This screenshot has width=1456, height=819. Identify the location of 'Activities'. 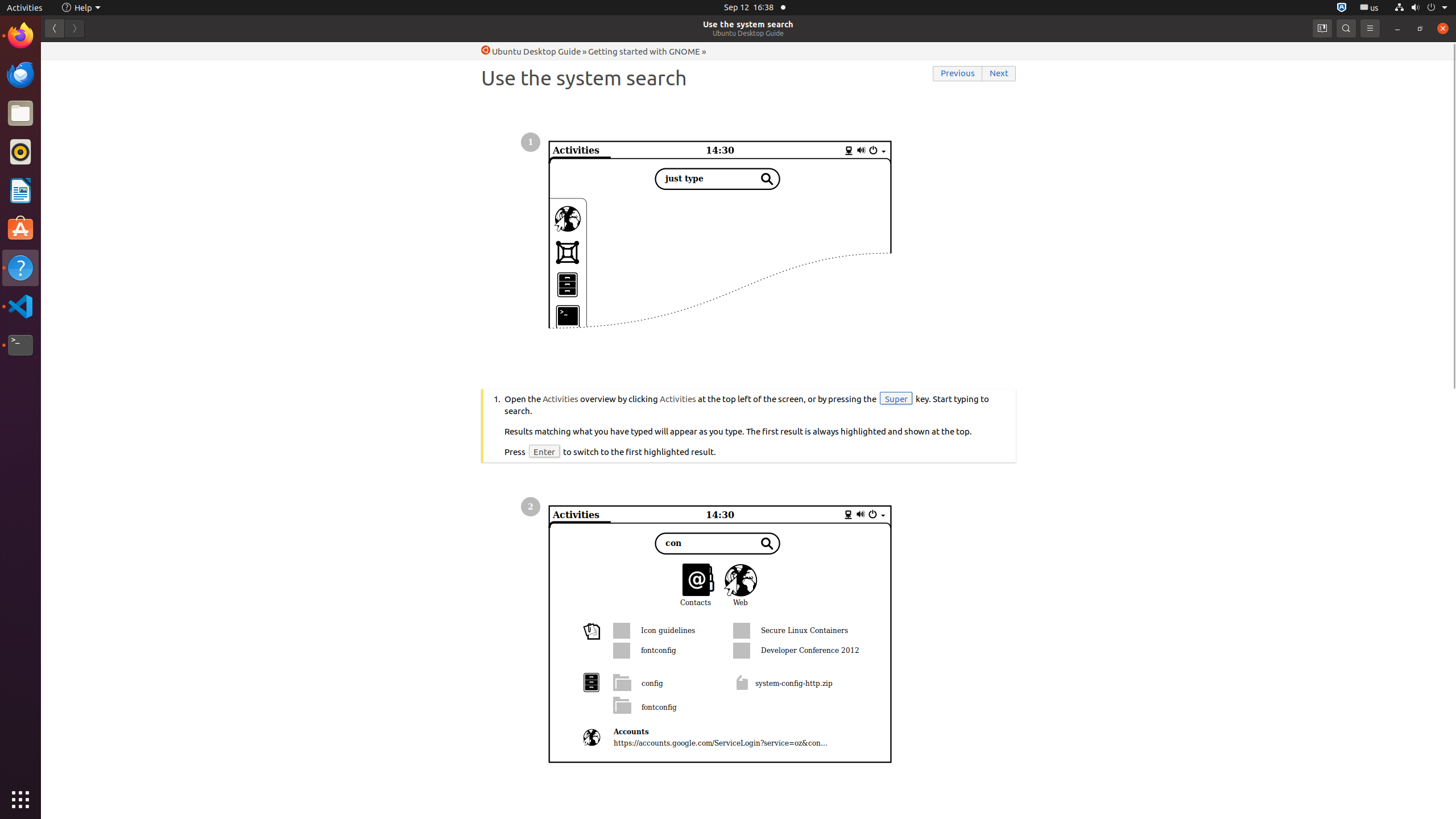
(24, 7).